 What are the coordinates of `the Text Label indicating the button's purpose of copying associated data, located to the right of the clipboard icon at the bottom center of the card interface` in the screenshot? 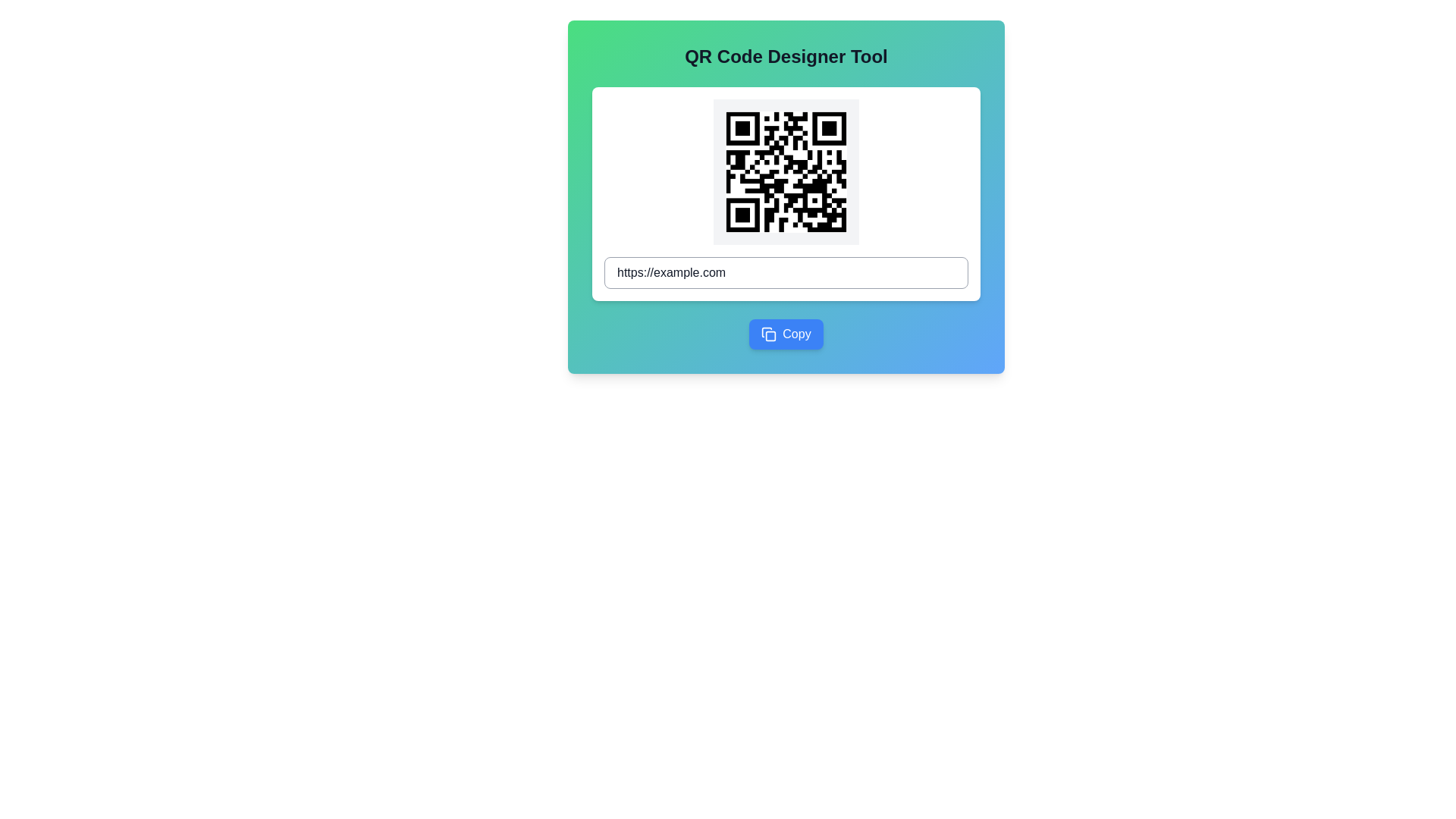 It's located at (796, 333).